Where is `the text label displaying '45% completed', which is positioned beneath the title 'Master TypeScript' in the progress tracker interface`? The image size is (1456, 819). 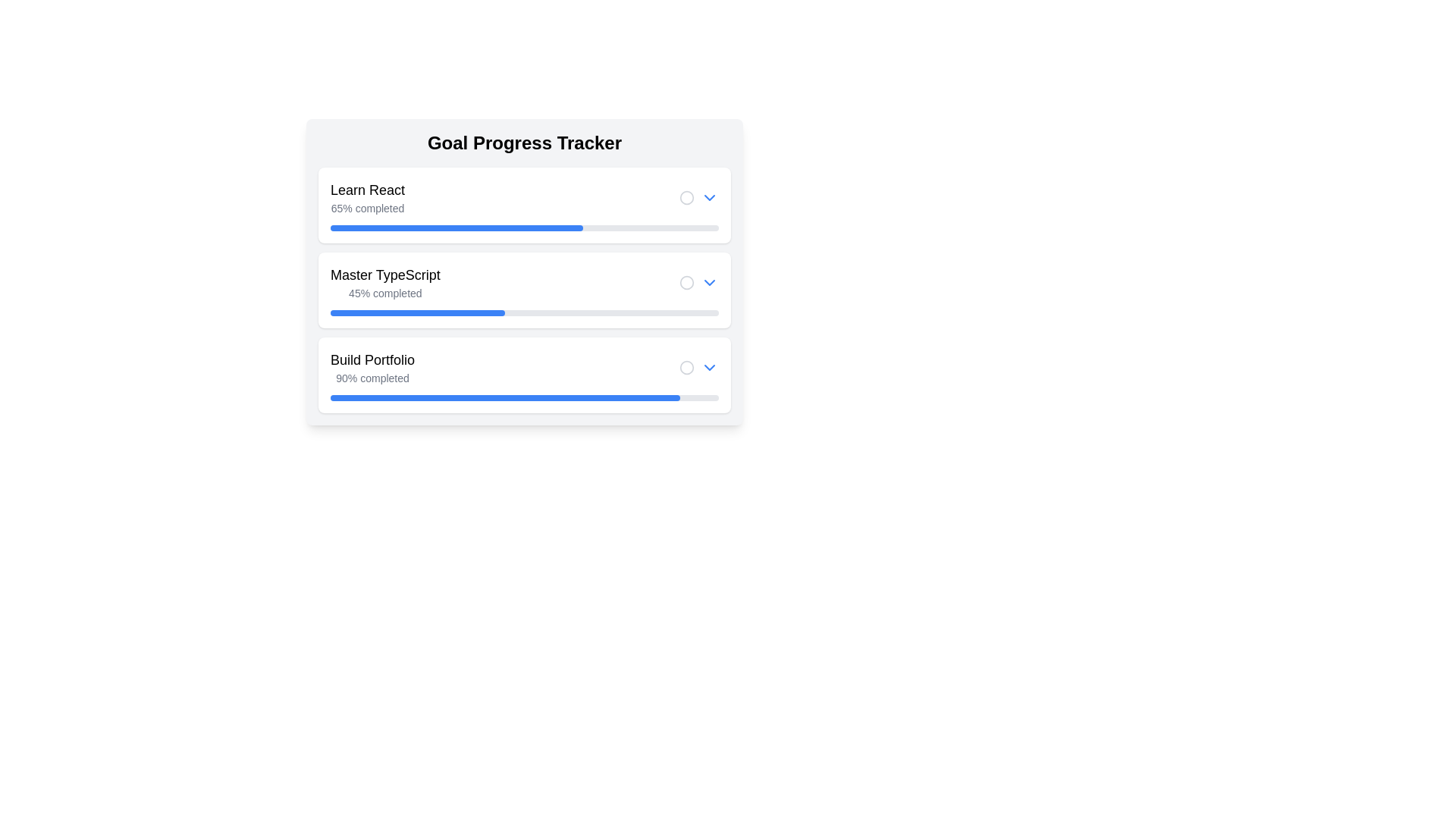 the text label displaying '45% completed', which is positioned beneath the title 'Master TypeScript' in the progress tracker interface is located at coordinates (385, 293).